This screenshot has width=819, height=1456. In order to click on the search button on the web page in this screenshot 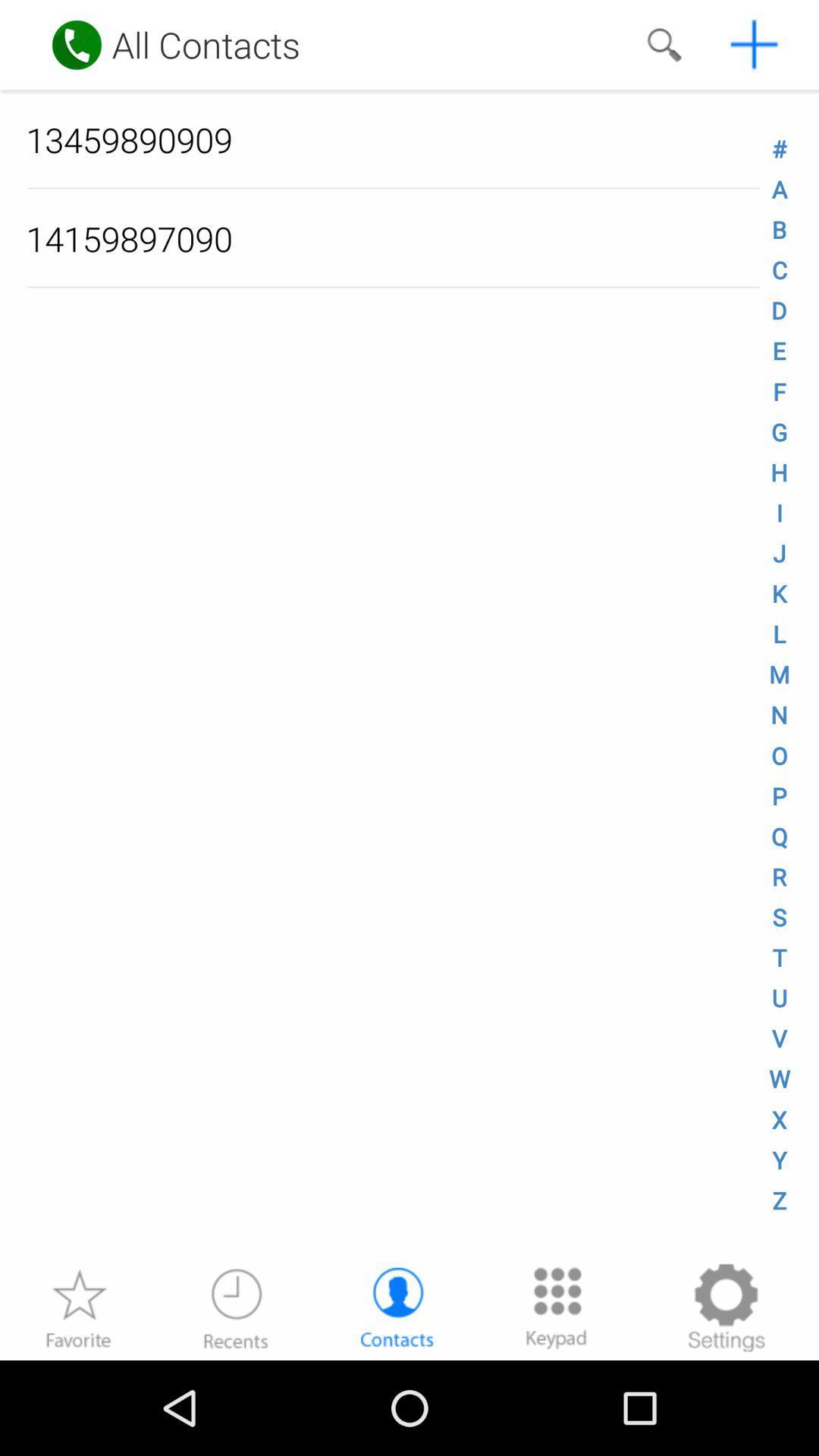, I will do `click(663, 44)`.